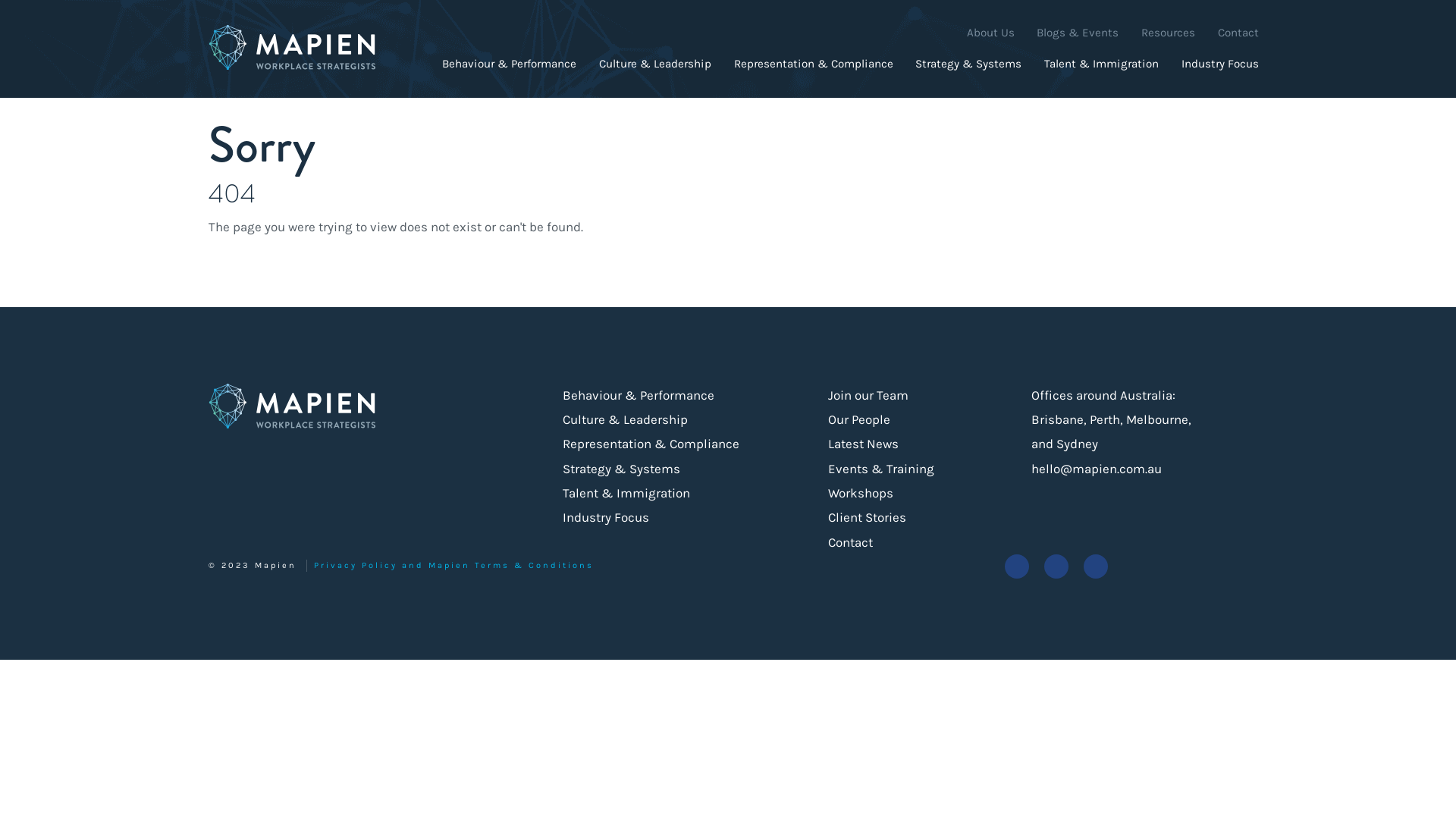 Image resolution: width=1456 pixels, height=819 pixels. What do you see at coordinates (1238, 32) in the screenshot?
I see `'Contact'` at bounding box center [1238, 32].